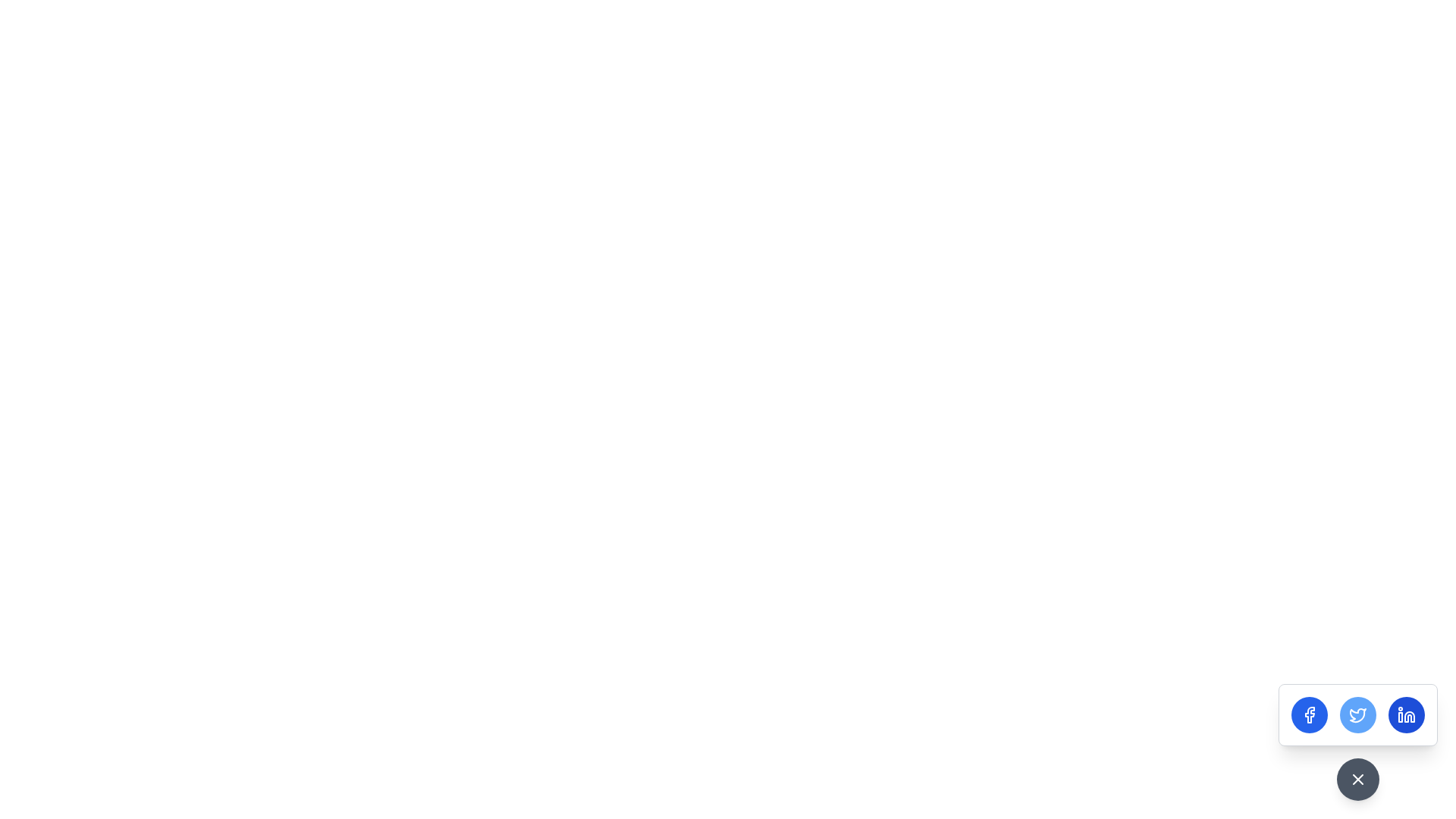  Describe the element at coordinates (1309, 714) in the screenshot. I see `the blue circular Facebook icon button located at the bottom right corner of the interface` at that location.